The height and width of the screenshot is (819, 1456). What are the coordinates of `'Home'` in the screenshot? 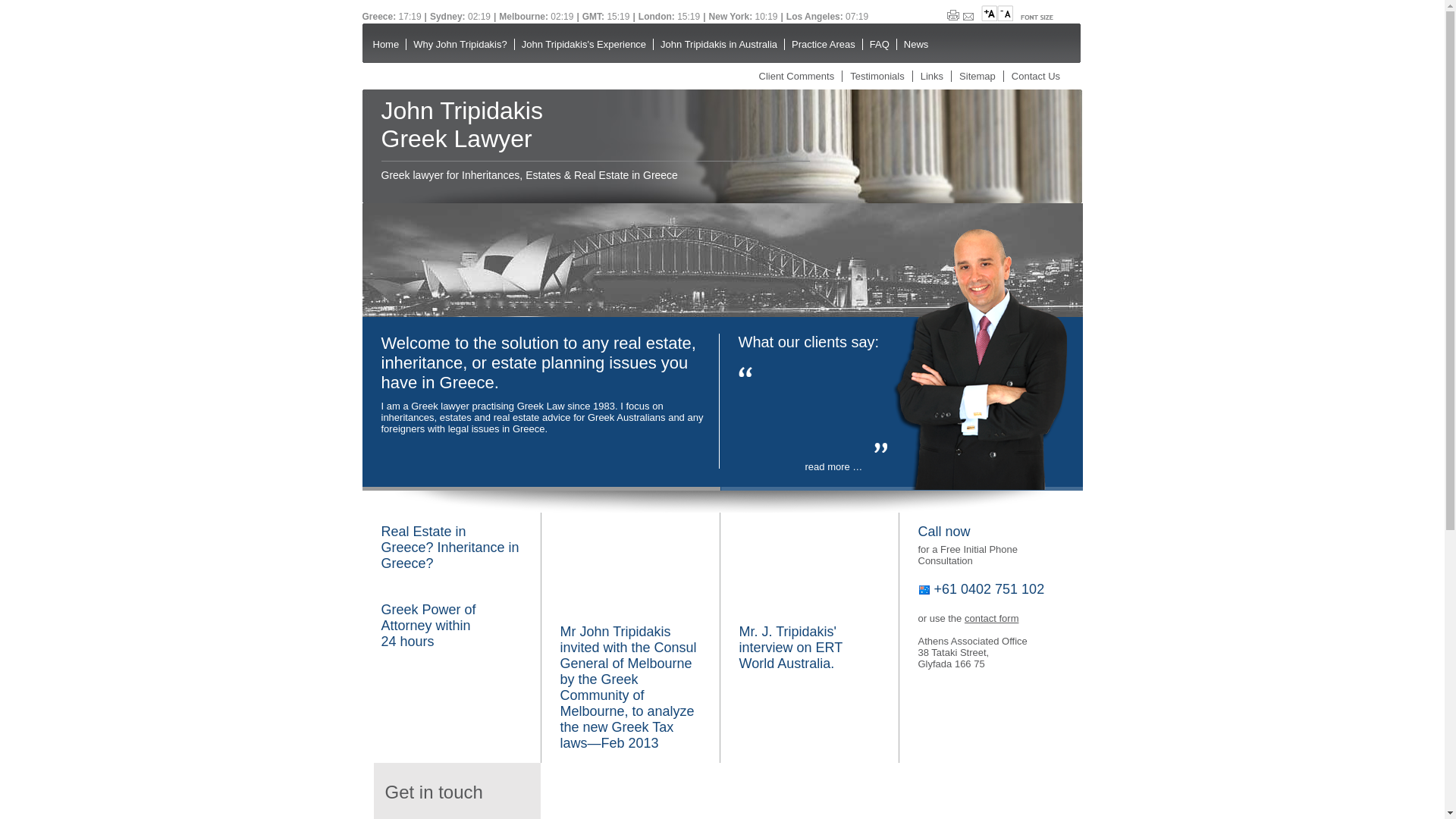 It's located at (365, 43).